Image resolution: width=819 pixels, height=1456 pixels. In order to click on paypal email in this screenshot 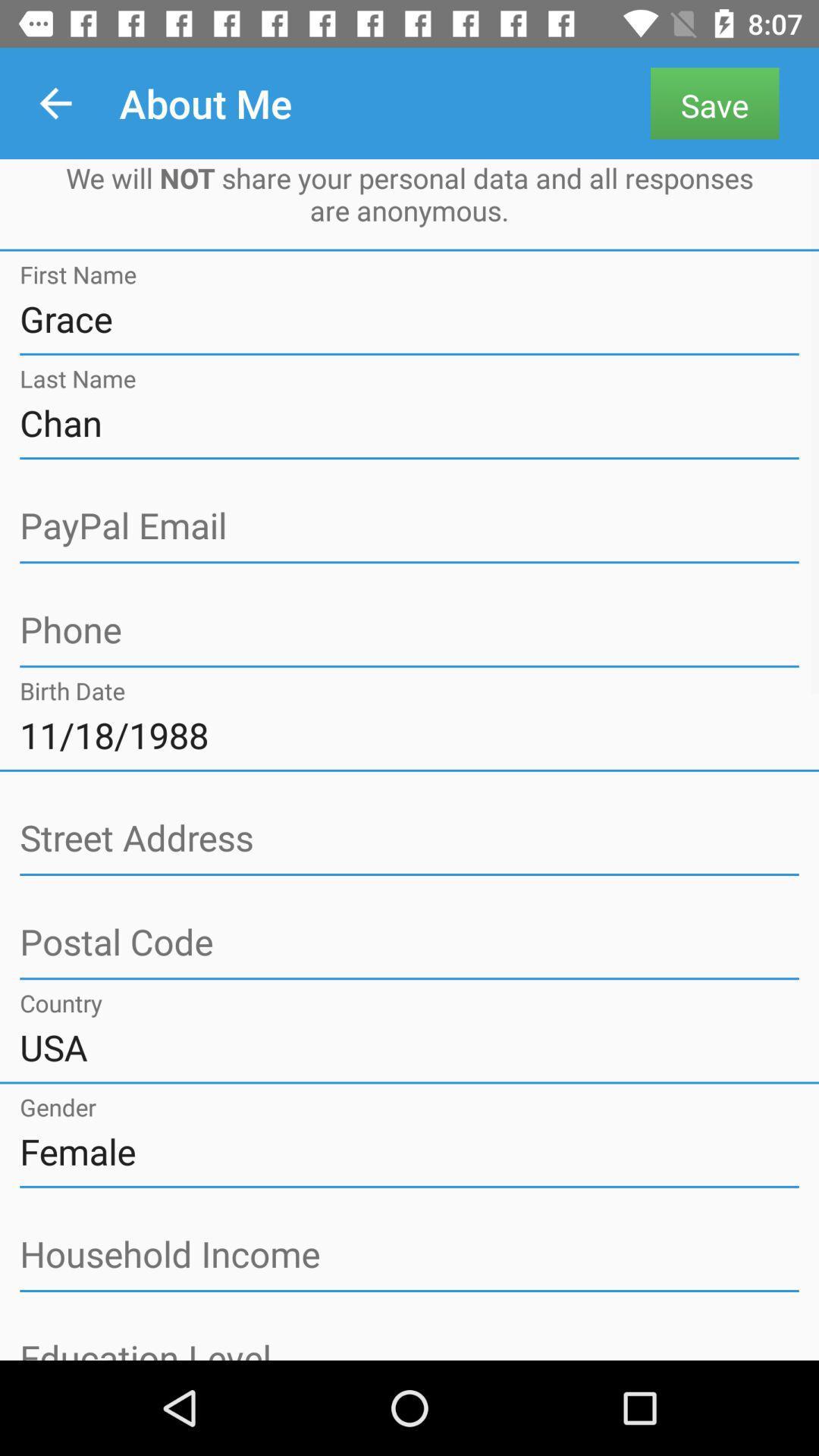, I will do `click(409, 526)`.